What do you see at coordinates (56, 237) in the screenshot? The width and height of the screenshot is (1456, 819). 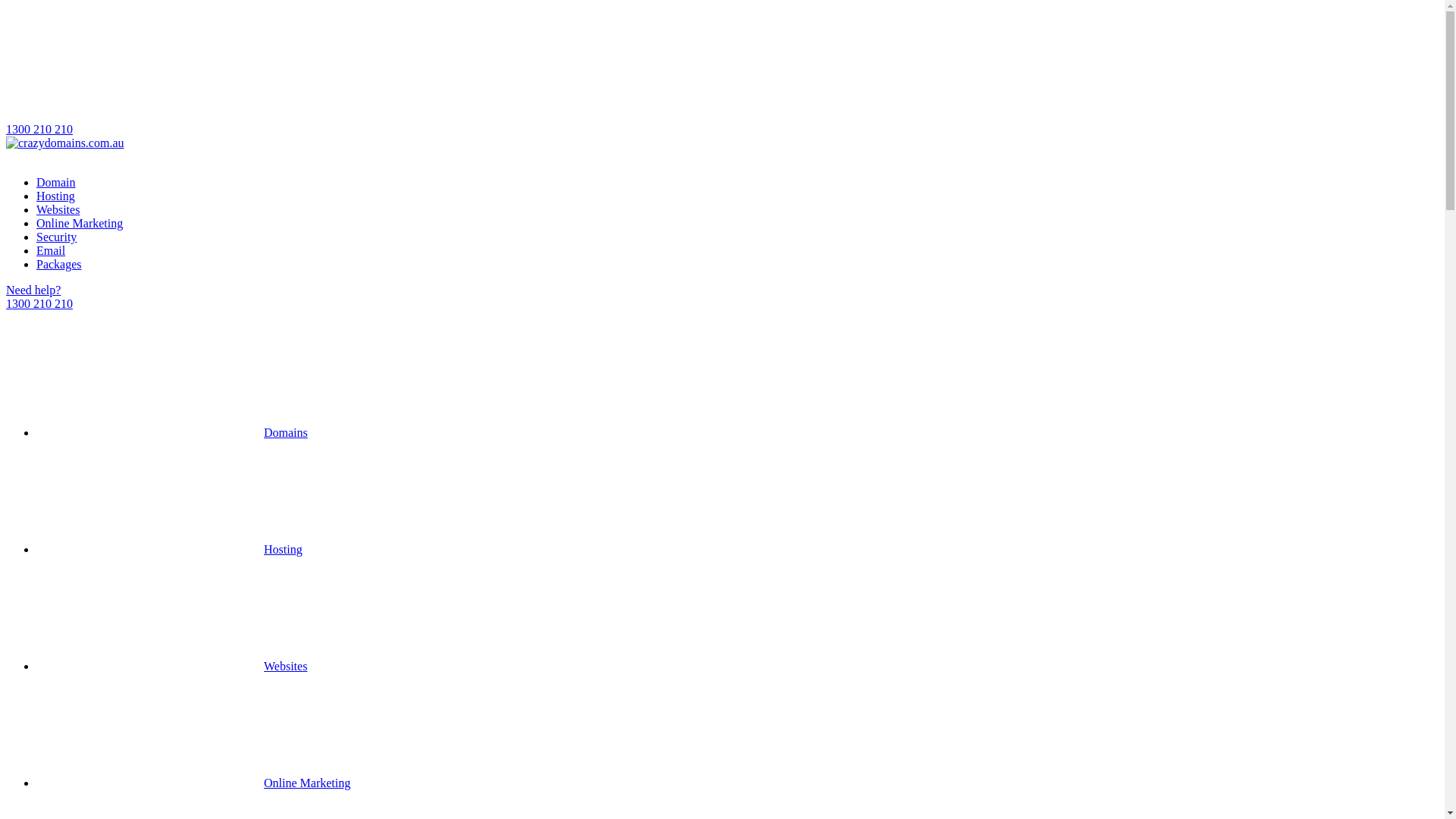 I see `'Security'` at bounding box center [56, 237].